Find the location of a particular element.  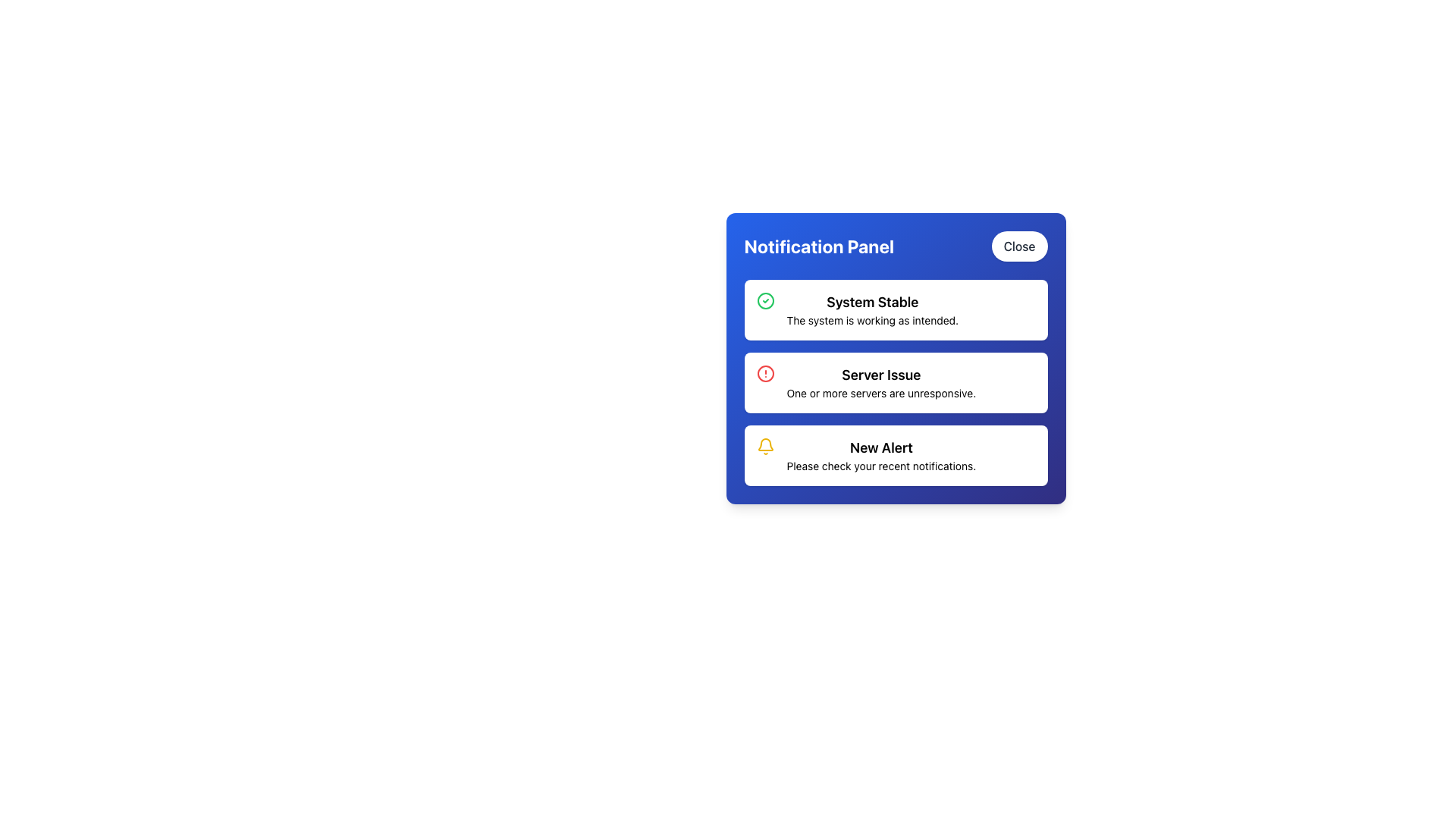

alert message from the Notification card located in the center of the notification panel, which is the second notification card between 'System Stable' and 'New Alert' is located at coordinates (896, 382).